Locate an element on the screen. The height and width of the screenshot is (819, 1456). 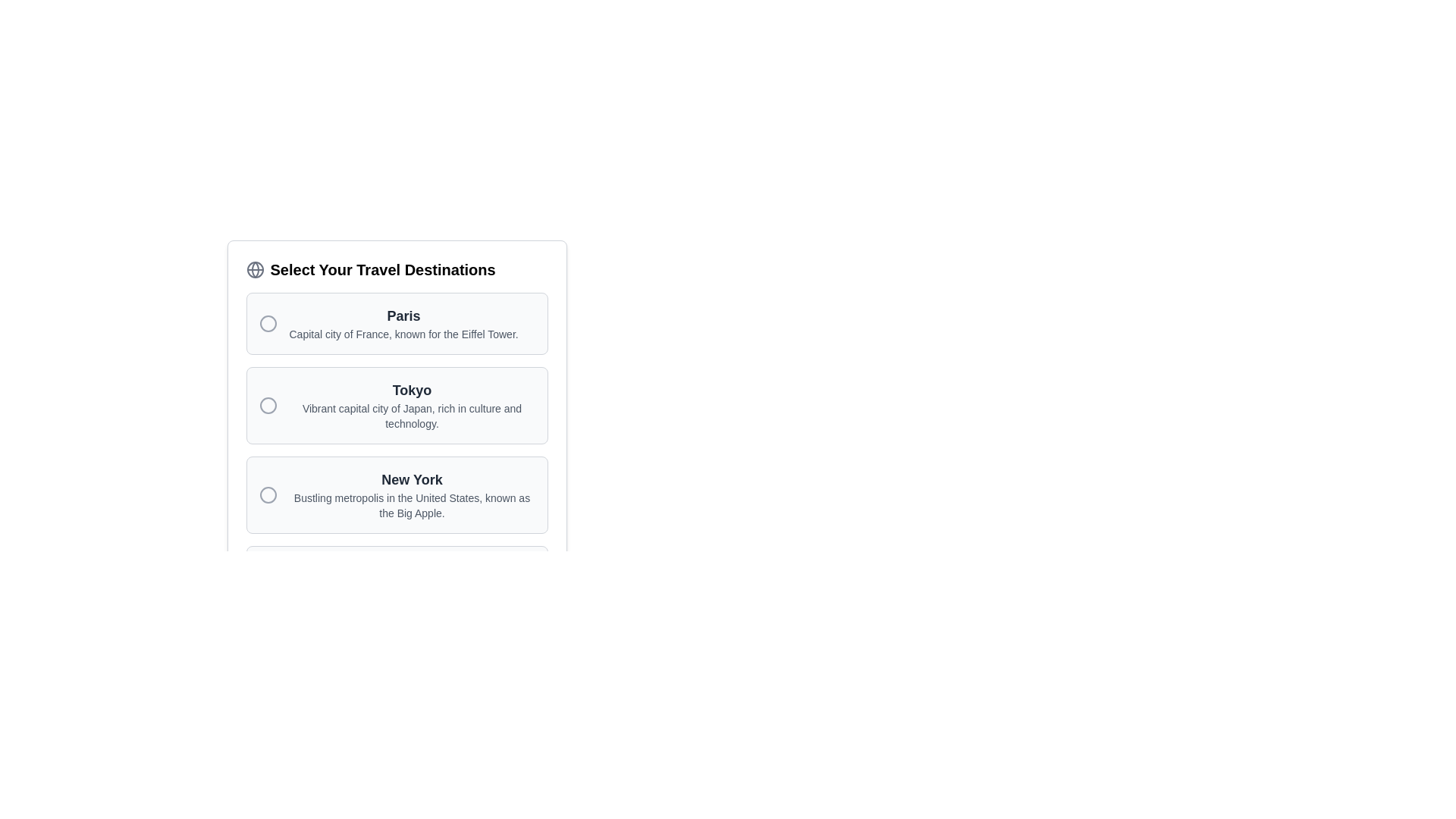
the radio button associated with the destination 'Tokyo' is located at coordinates (268, 405).